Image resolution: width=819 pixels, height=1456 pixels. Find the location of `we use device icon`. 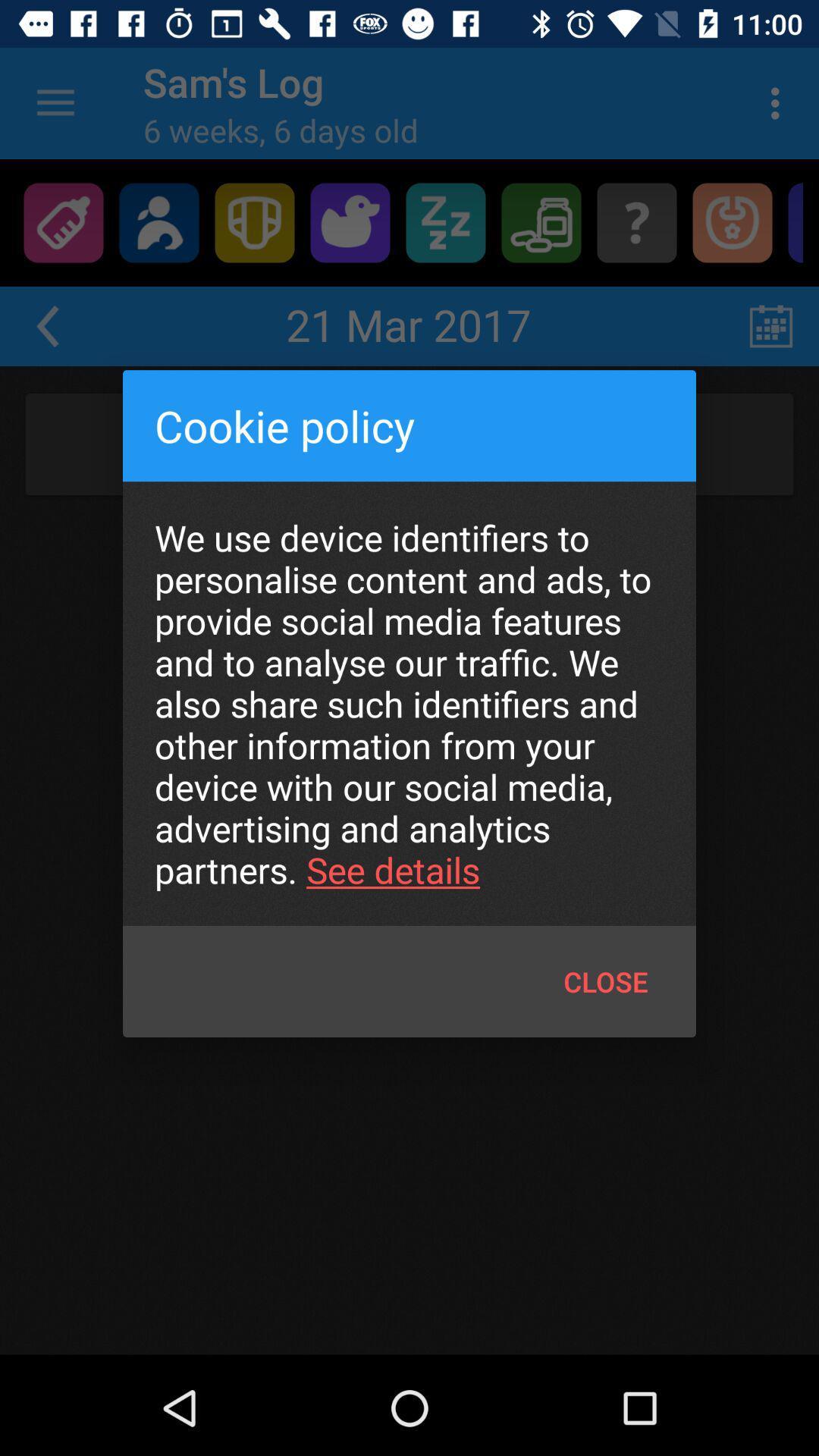

we use device icon is located at coordinates (409, 703).